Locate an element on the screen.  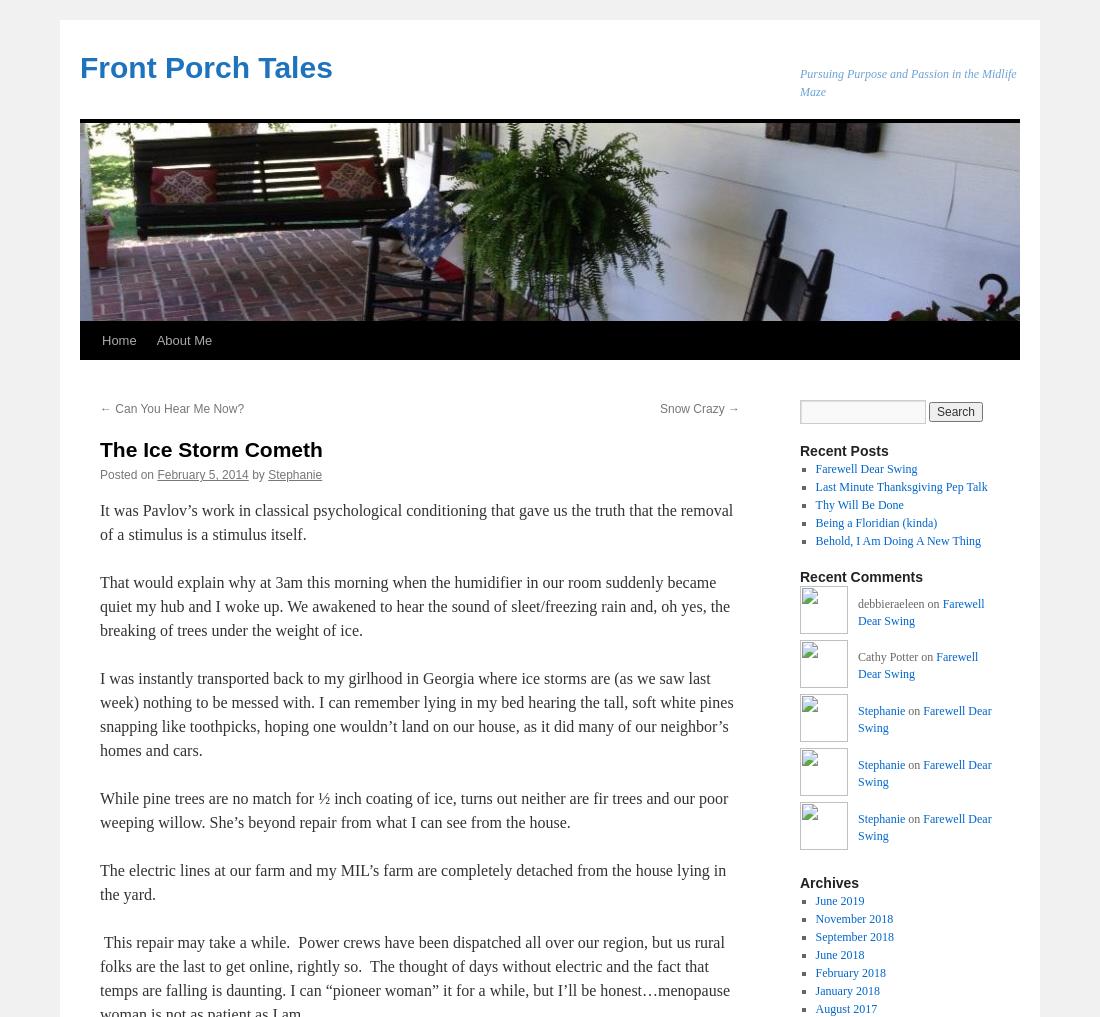
'June 2018' is located at coordinates (838, 953).